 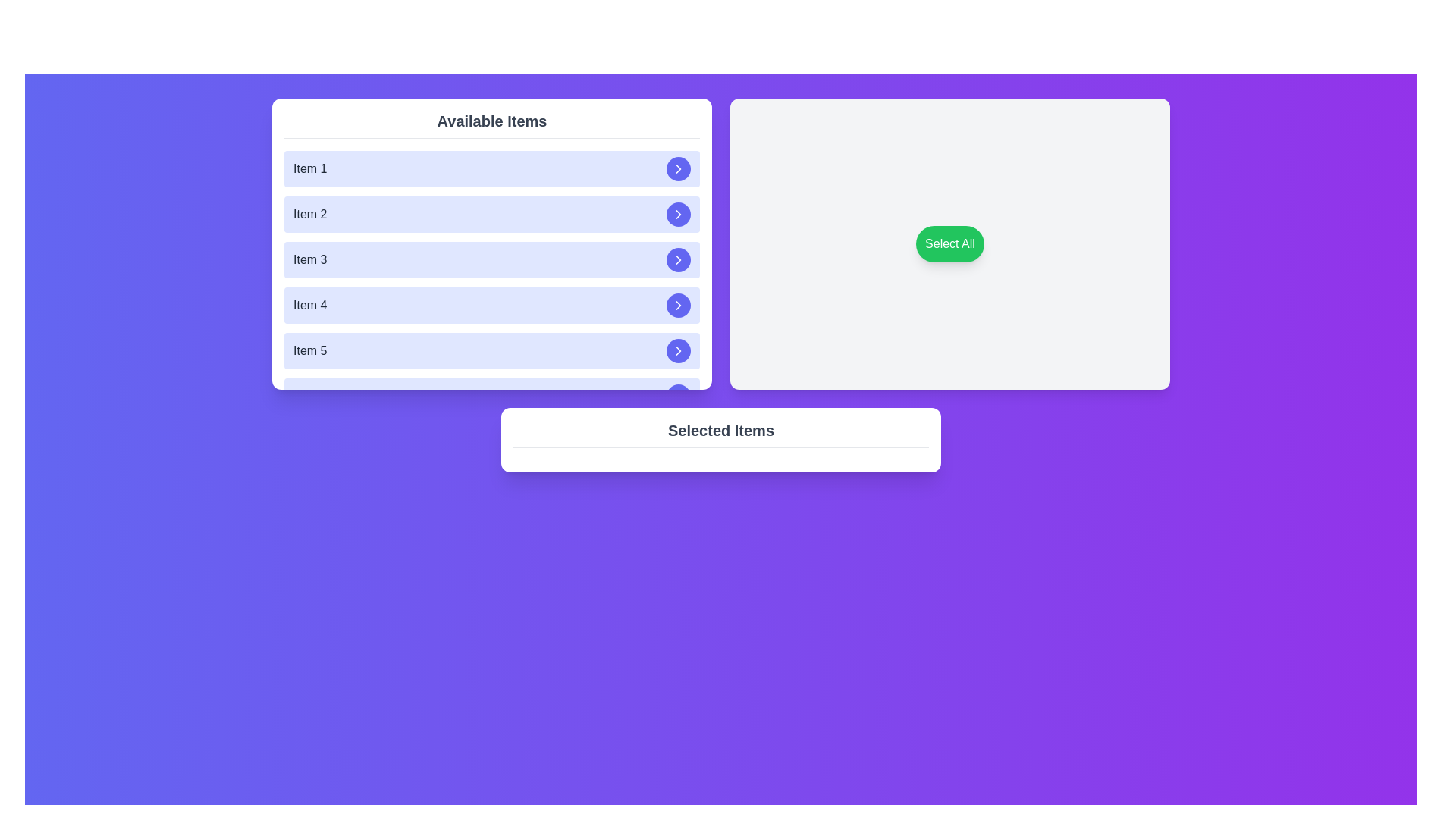 What do you see at coordinates (309, 214) in the screenshot?
I see `the static Text label displaying 'Item 2' in the second row of the 'Available Items' list` at bounding box center [309, 214].